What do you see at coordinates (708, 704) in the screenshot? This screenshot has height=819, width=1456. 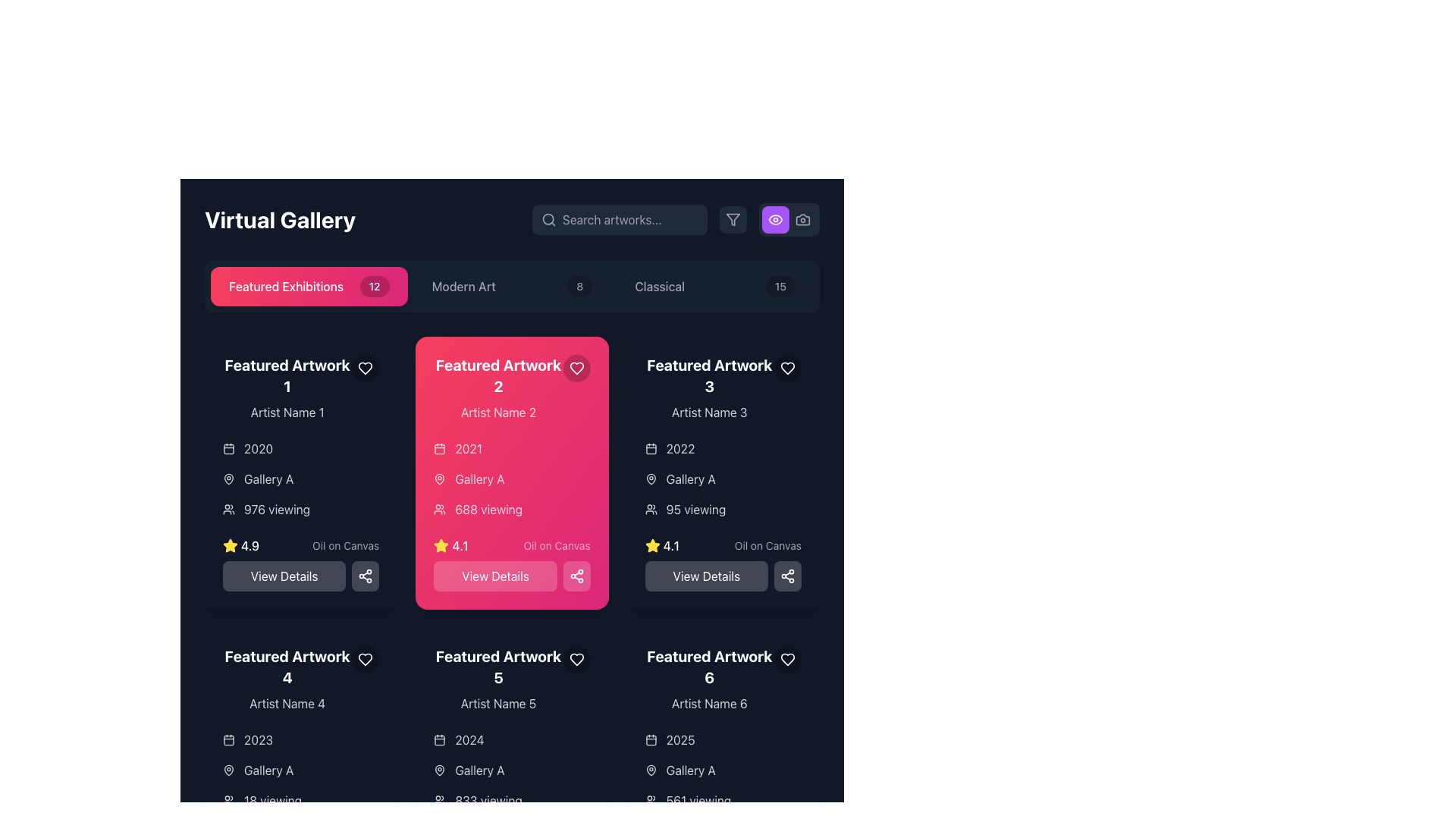 I see `the label that displays the name of the artist associated with the artwork in the card labeled 'Featured Artwork 6', located in the third column of the second row` at bounding box center [708, 704].